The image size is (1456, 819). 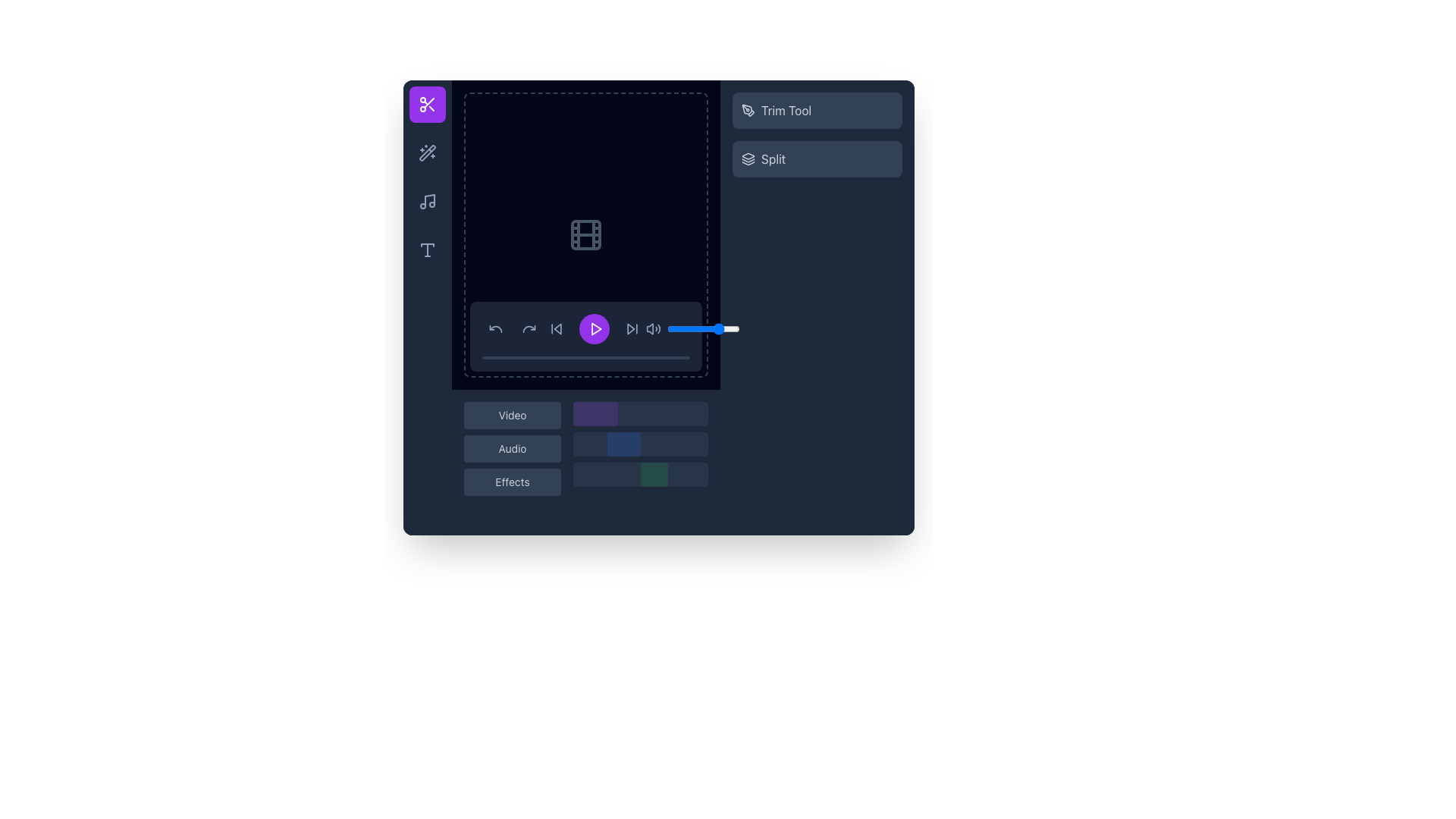 I want to click on the skip-backward media control button, which is an SVG component shaped like a left-pointing triangle, located in the media control bar, so click(x=557, y=328).